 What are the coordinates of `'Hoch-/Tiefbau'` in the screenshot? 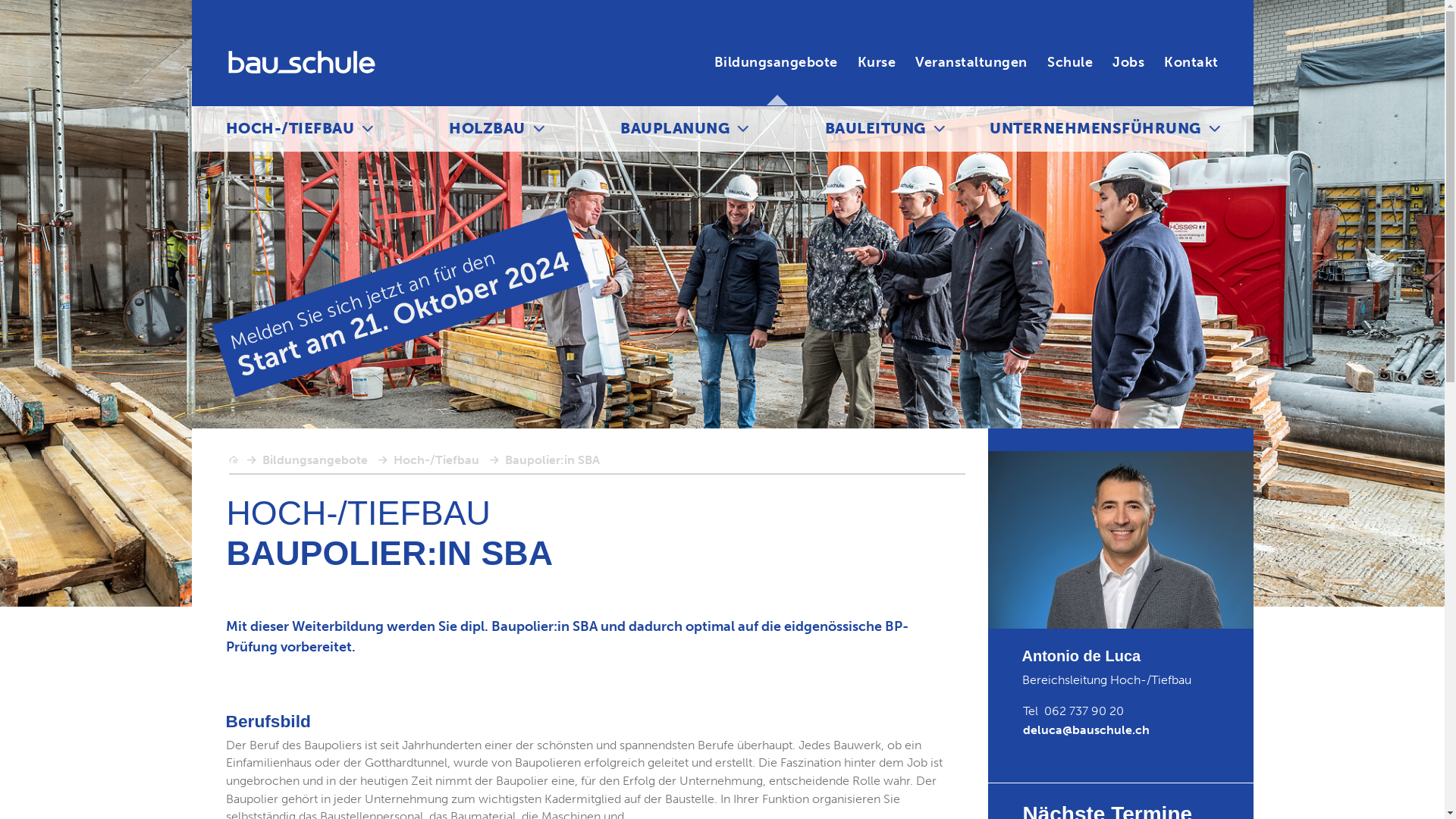 It's located at (435, 459).